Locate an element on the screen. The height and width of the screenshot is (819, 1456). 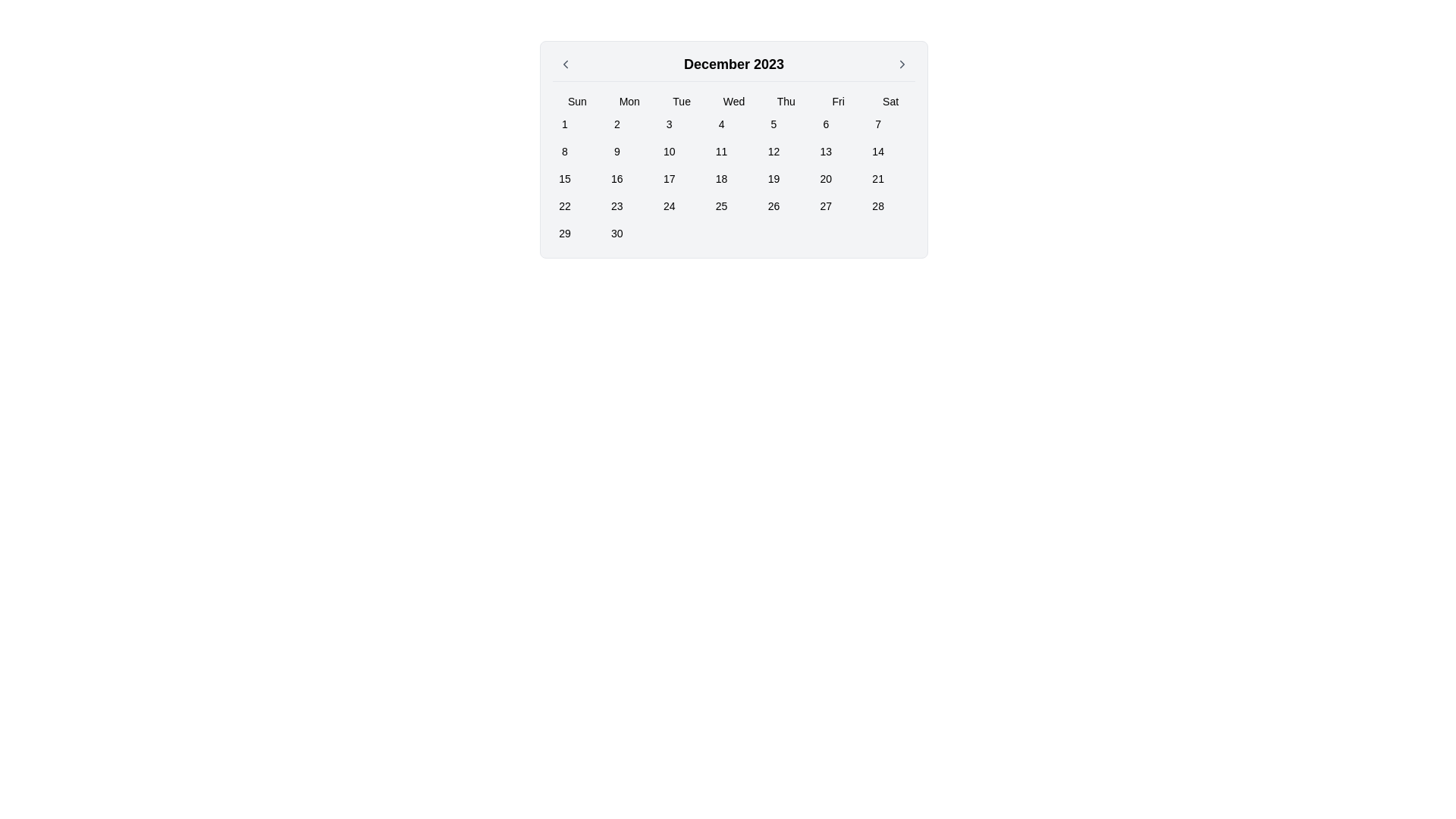
the circular button displaying the number '7' in the calendar grid under the column labeled 'Sat' is located at coordinates (878, 124).